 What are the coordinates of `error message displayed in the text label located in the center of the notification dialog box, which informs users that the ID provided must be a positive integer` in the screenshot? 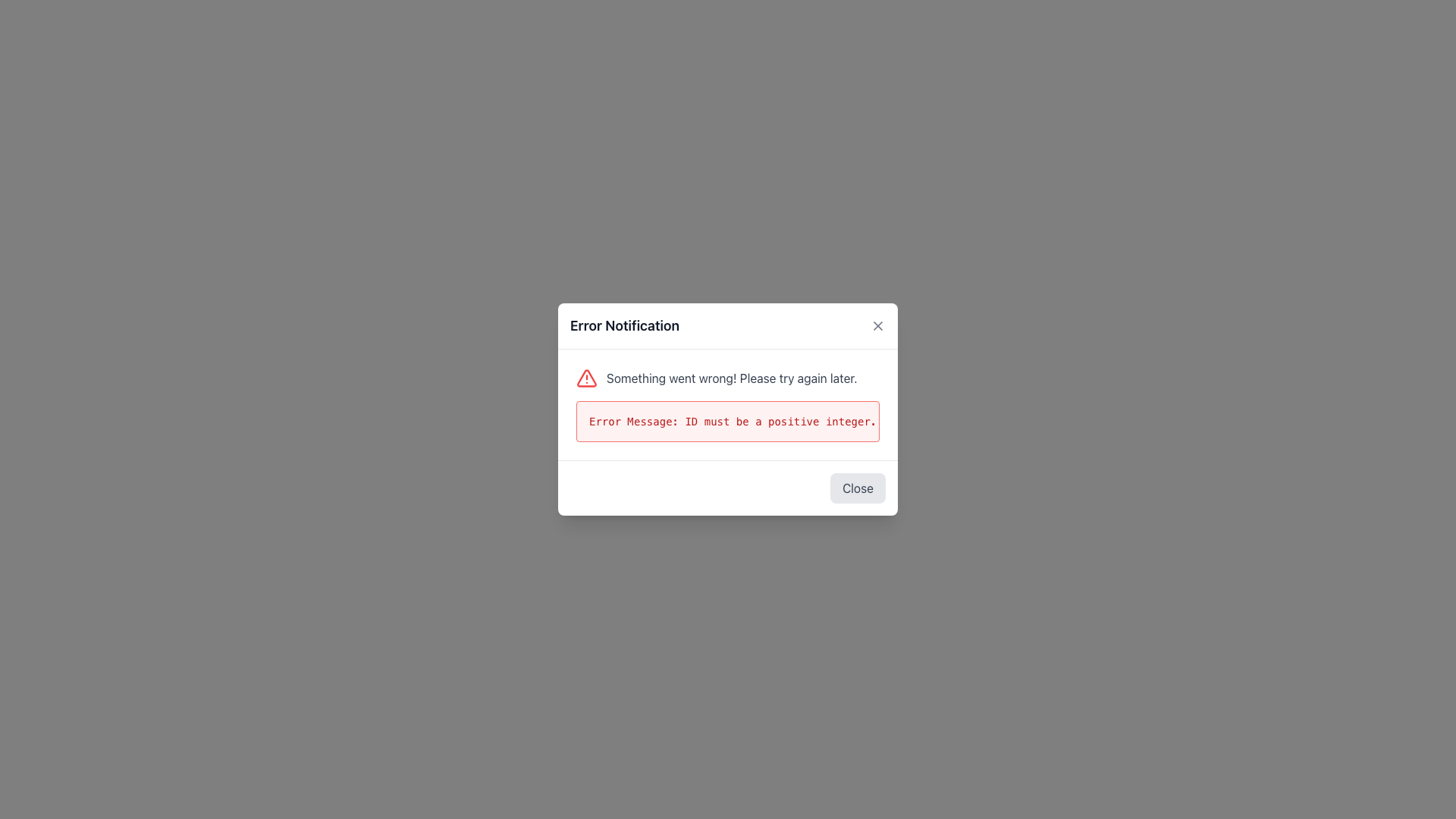 It's located at (728, 421).